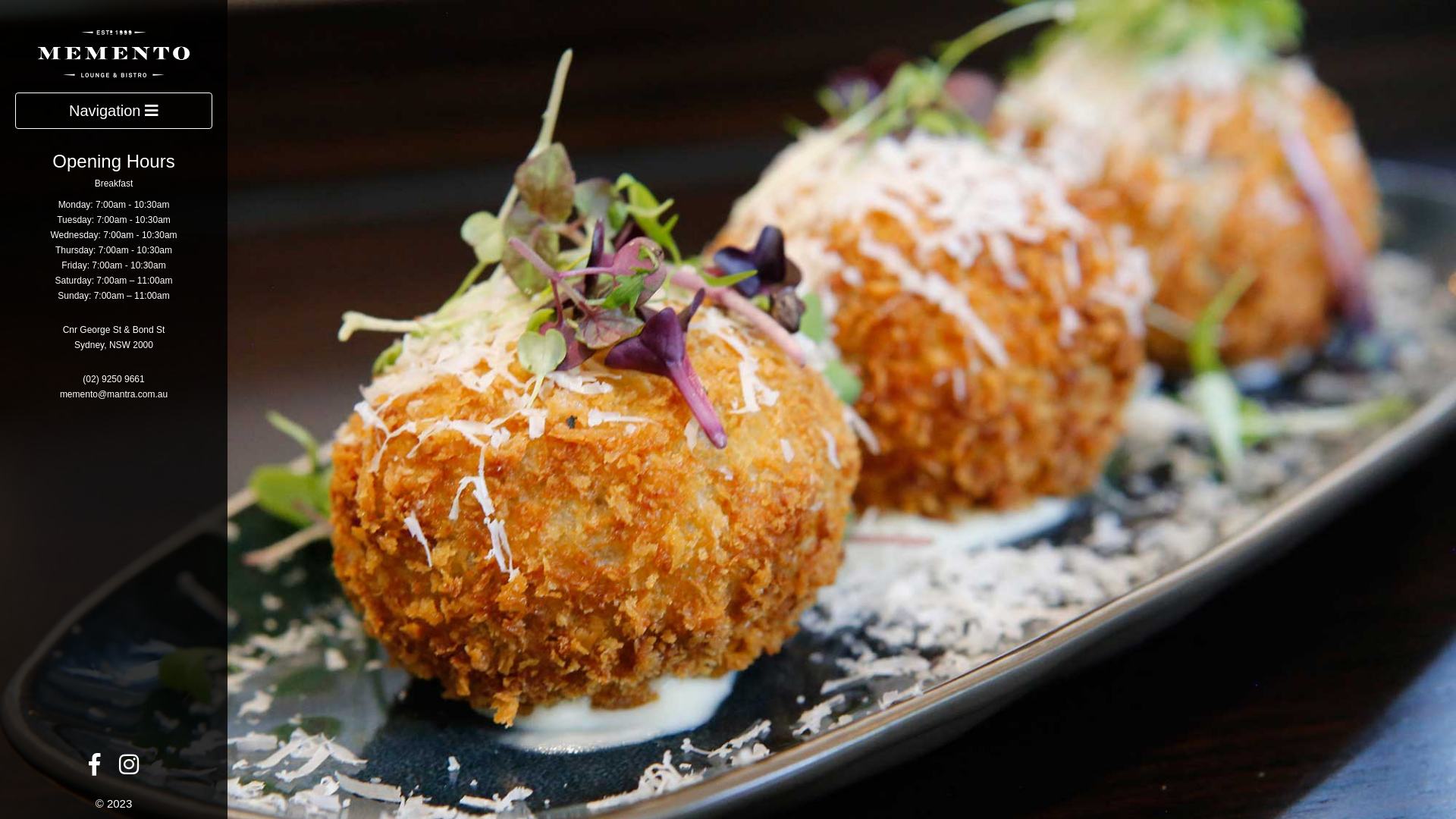 The width and height of the screenshot is (1456, 819). I want to click on 'Instagram', so click(111, 768).